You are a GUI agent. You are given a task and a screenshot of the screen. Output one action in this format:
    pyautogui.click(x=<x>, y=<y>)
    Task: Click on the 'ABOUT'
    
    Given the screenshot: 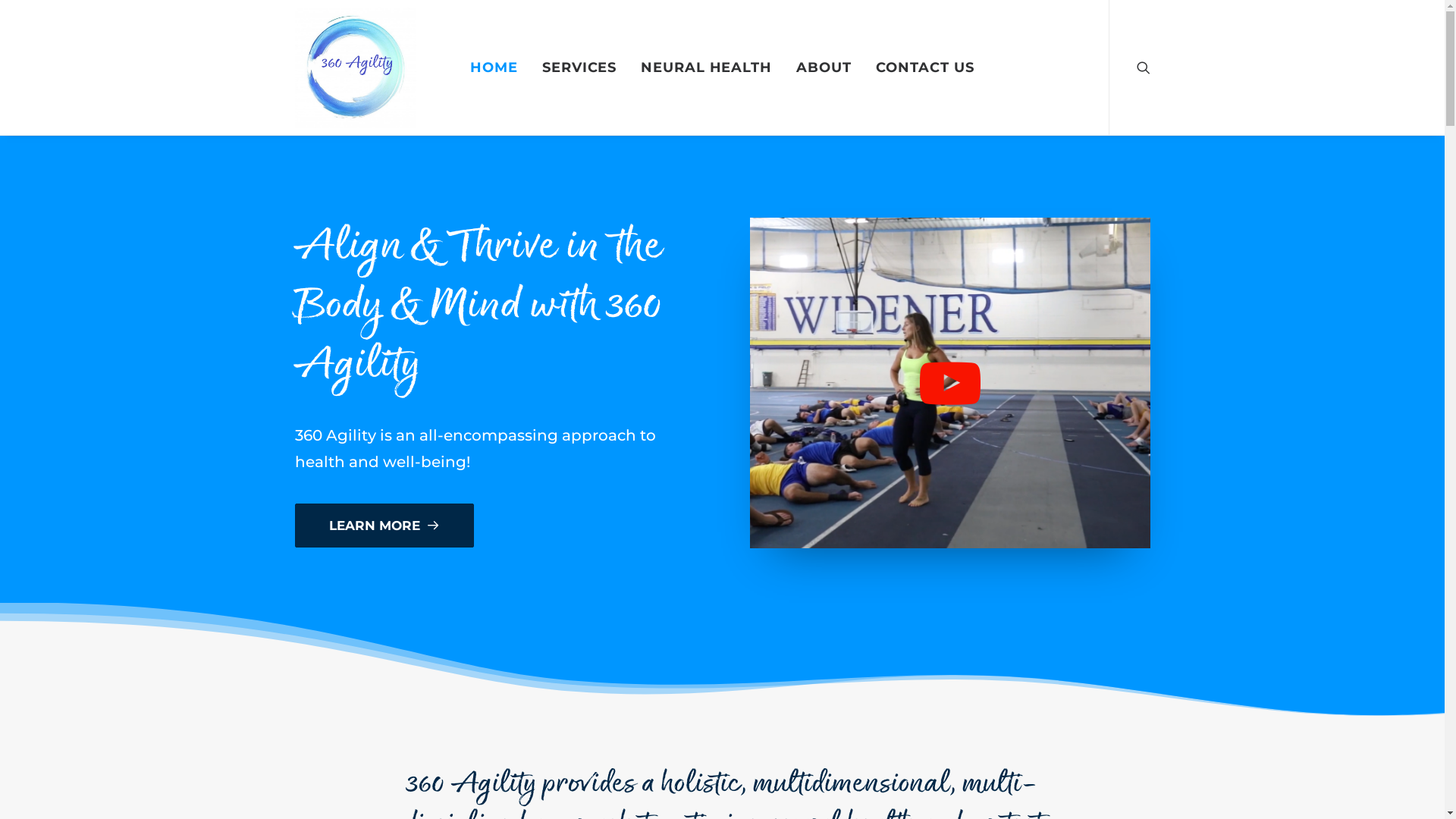 What is the action you would take?
    pyautogui.click(x=823, y=66)
    